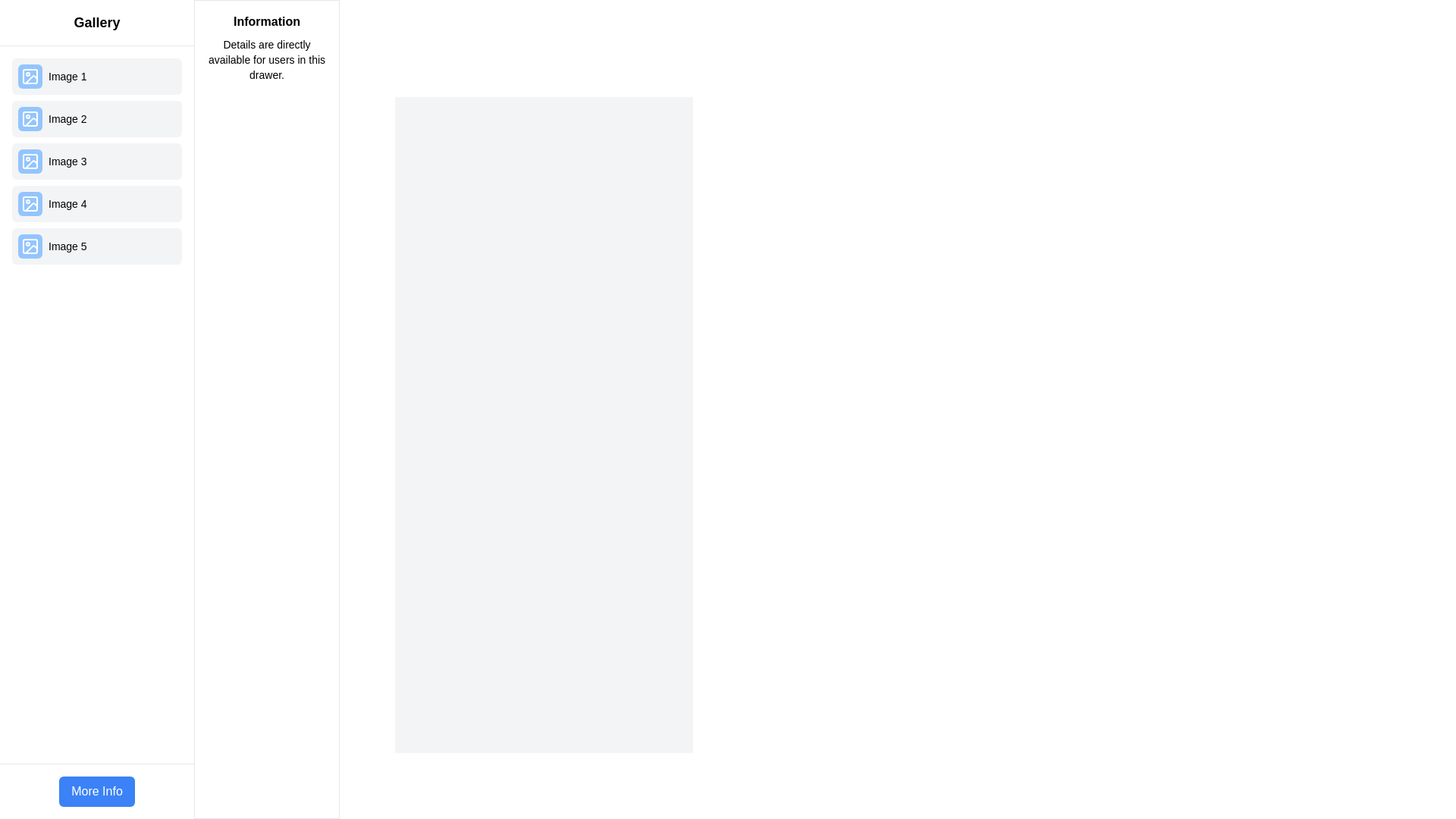 The width and height of the screenshot is (1456, 819). Describe the element at coordinates (96, 161) in the screenshot. I see `the selectable list item for 'Image 3' located under the 'Gallery' header by moving the cursor to its center point` at that location.